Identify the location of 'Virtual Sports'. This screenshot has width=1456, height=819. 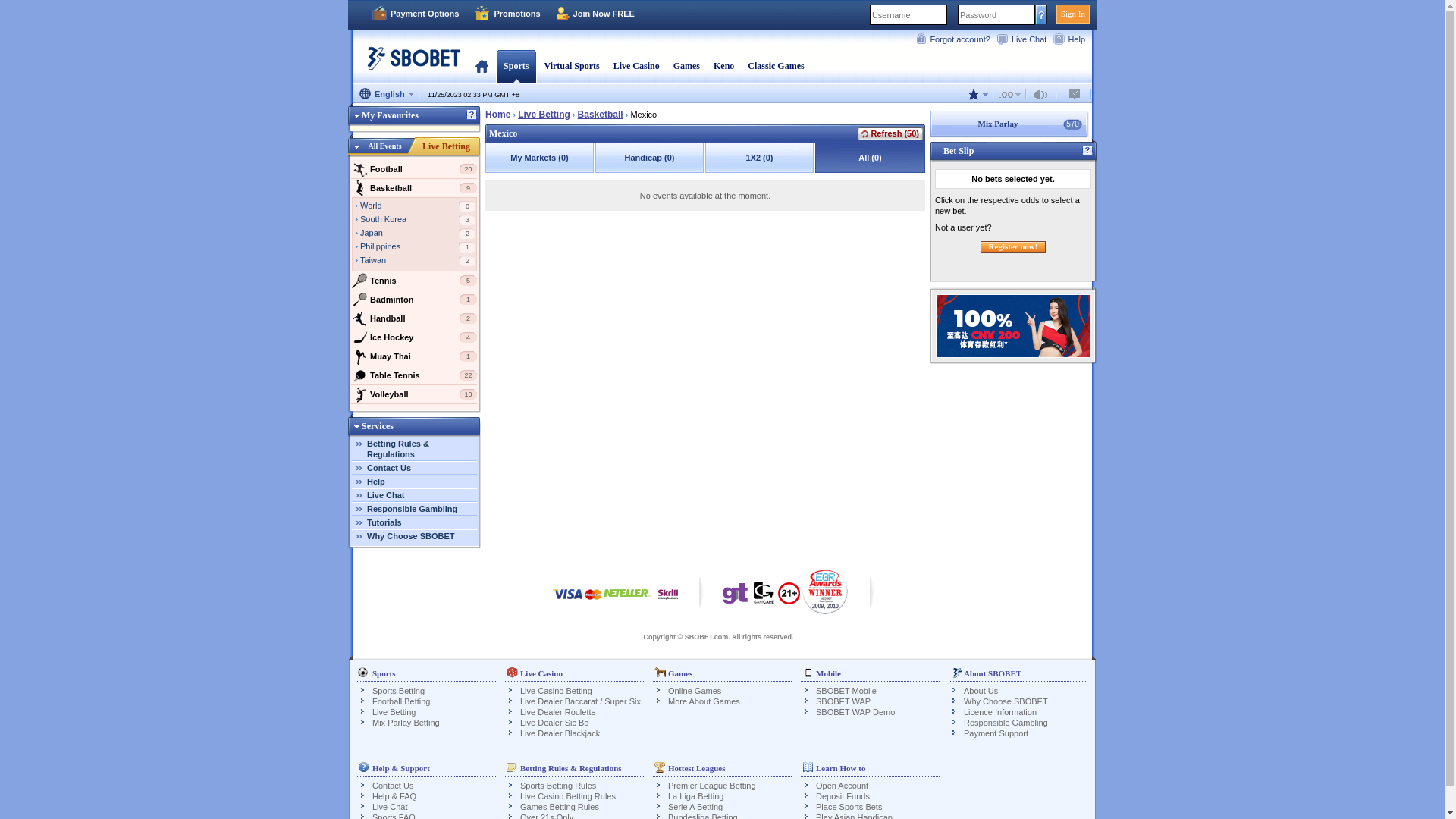
(570, 65).